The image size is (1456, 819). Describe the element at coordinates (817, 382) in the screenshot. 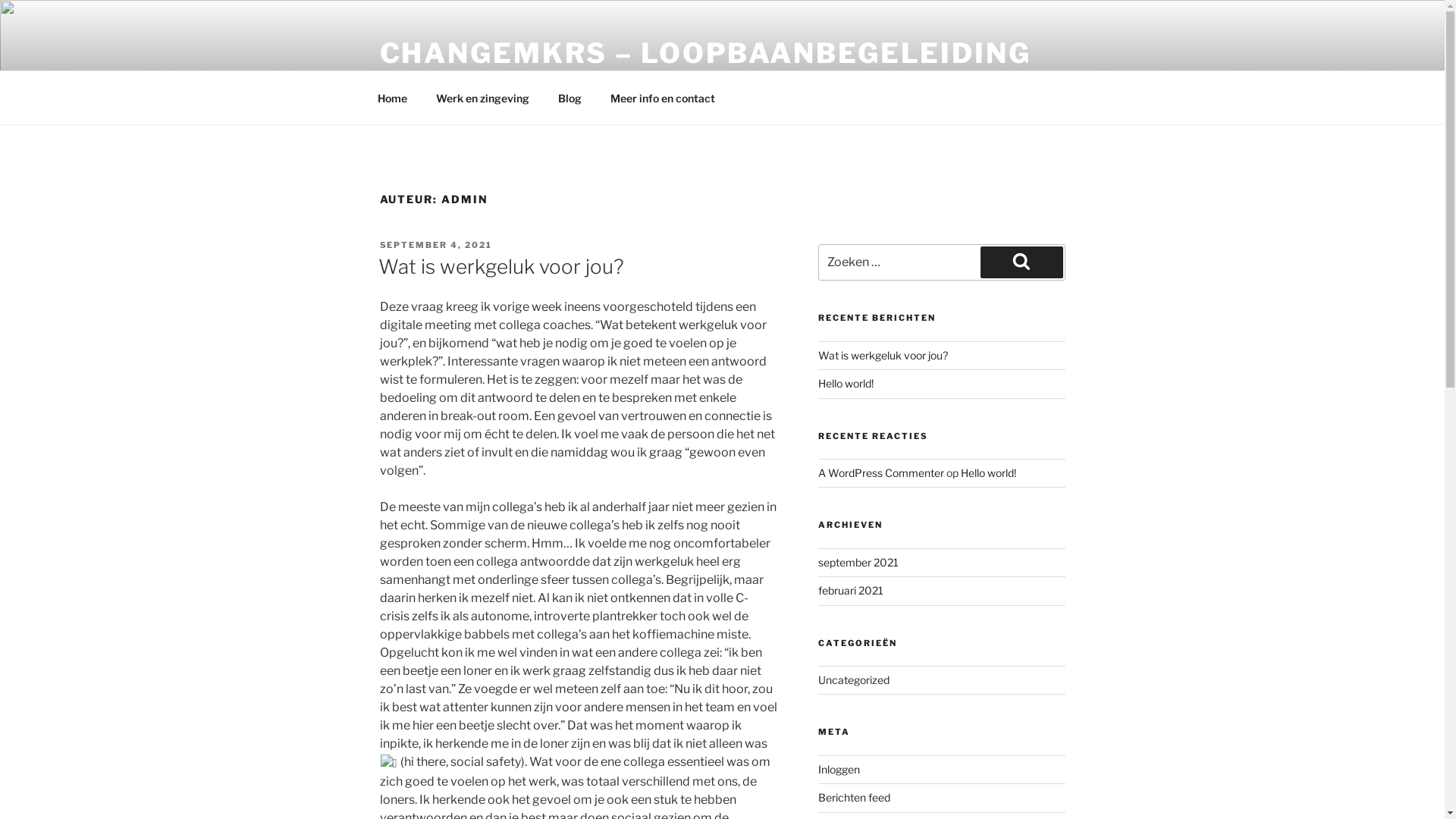

I see `'Hello world!'` at that location.